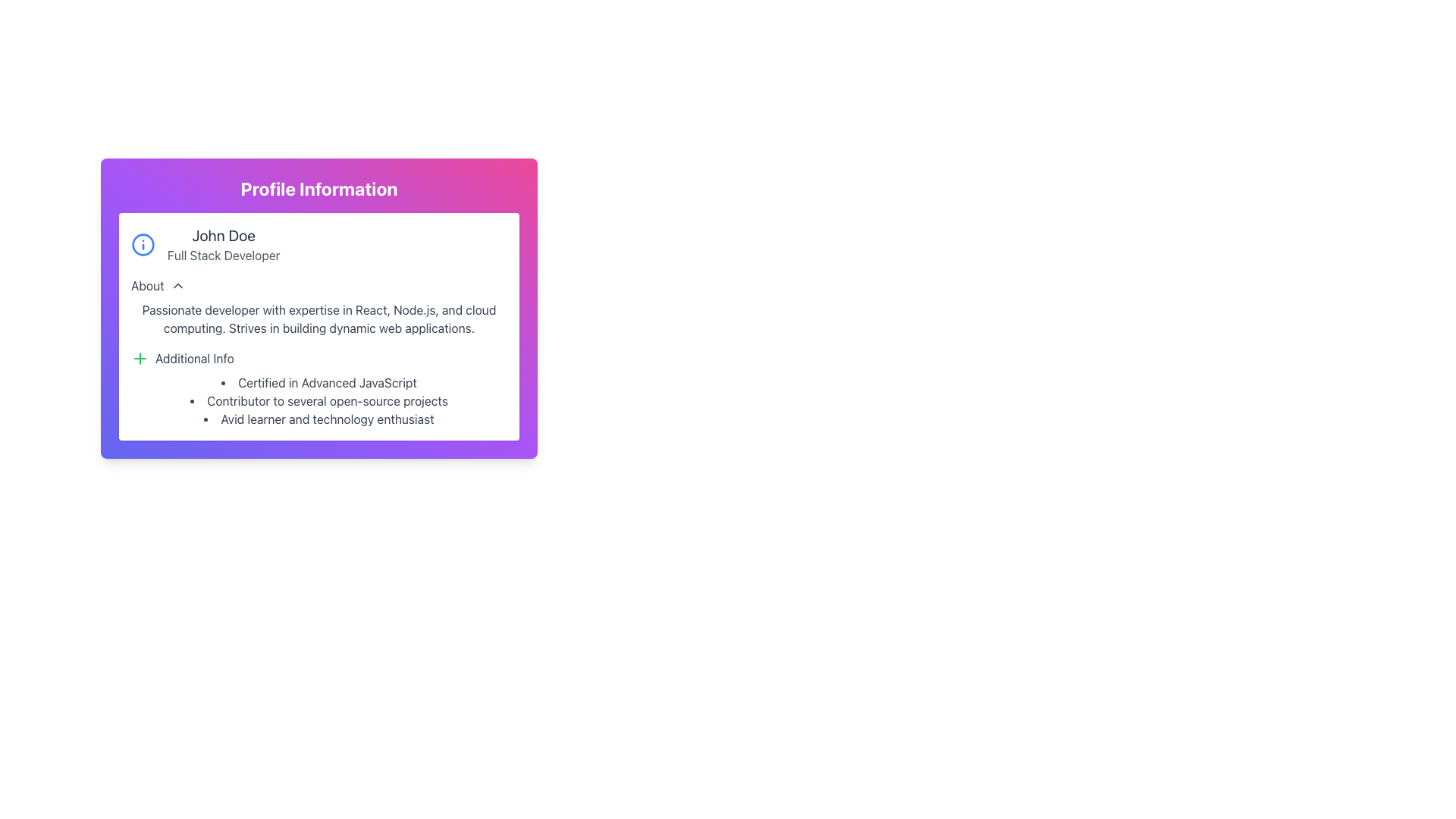 This screenshot has height=819, width=1456. I want to click on the icon located to the immediate left of the text 'John Doe' in the header section of the profile card, which is styled with a purple gradient and titled 'Profile Information', so click(143, 244).